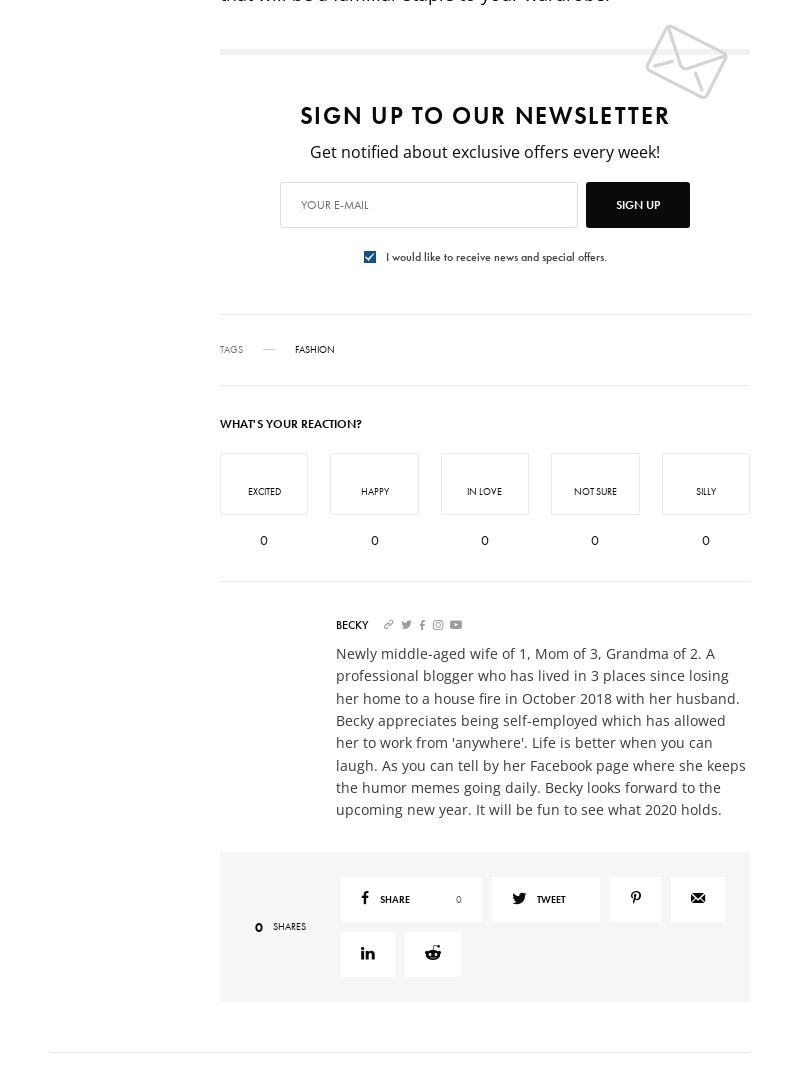 This screenshot has height=1069, width=800. I want to click on 'Newly middle-aged wife of 1, Mom of 3, Grandma of 2.  A professional blogger who has lived in 3 places since losing her home to a house fire in October 2018 with her husband.
  
Becky appreciates being self-employed which has allowed her to work from 'anywhere'.

Life is better when you can laugh. As you can tell by her Facebook page where she keeps the humor memes going daily.   

Becky looks forward to the upcoming new year. It will be fun to see what 2020 holds.', so click(336, 729).